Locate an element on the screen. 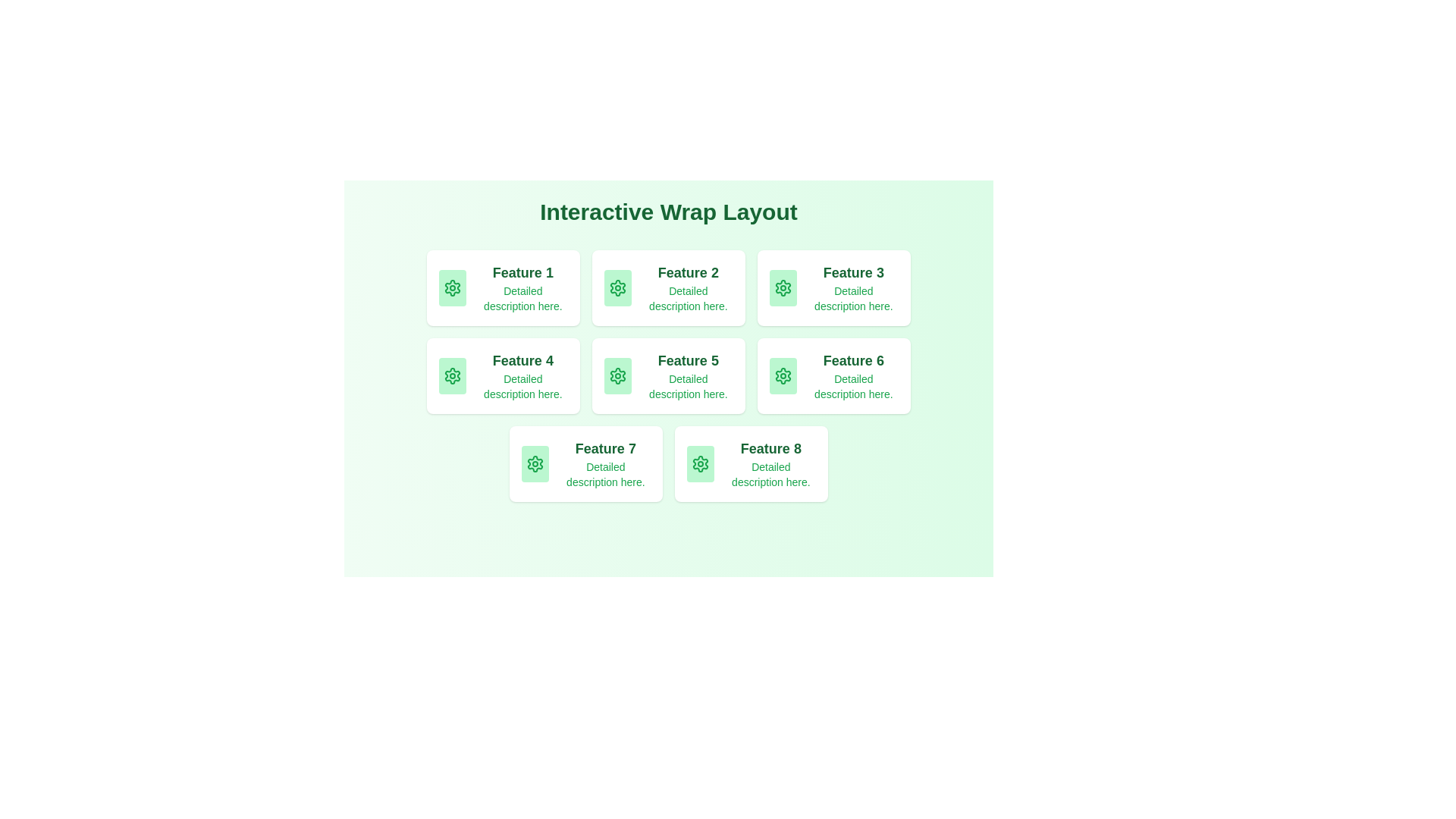 The width and height of the screenshot is (1456, 819). the bold, green header text labeled 'Feature 4.' which is prominently visible above the smaller descriptive text within the card labeled 'Feature 4 Detailed description here.' is located at coordinates (522, 360).